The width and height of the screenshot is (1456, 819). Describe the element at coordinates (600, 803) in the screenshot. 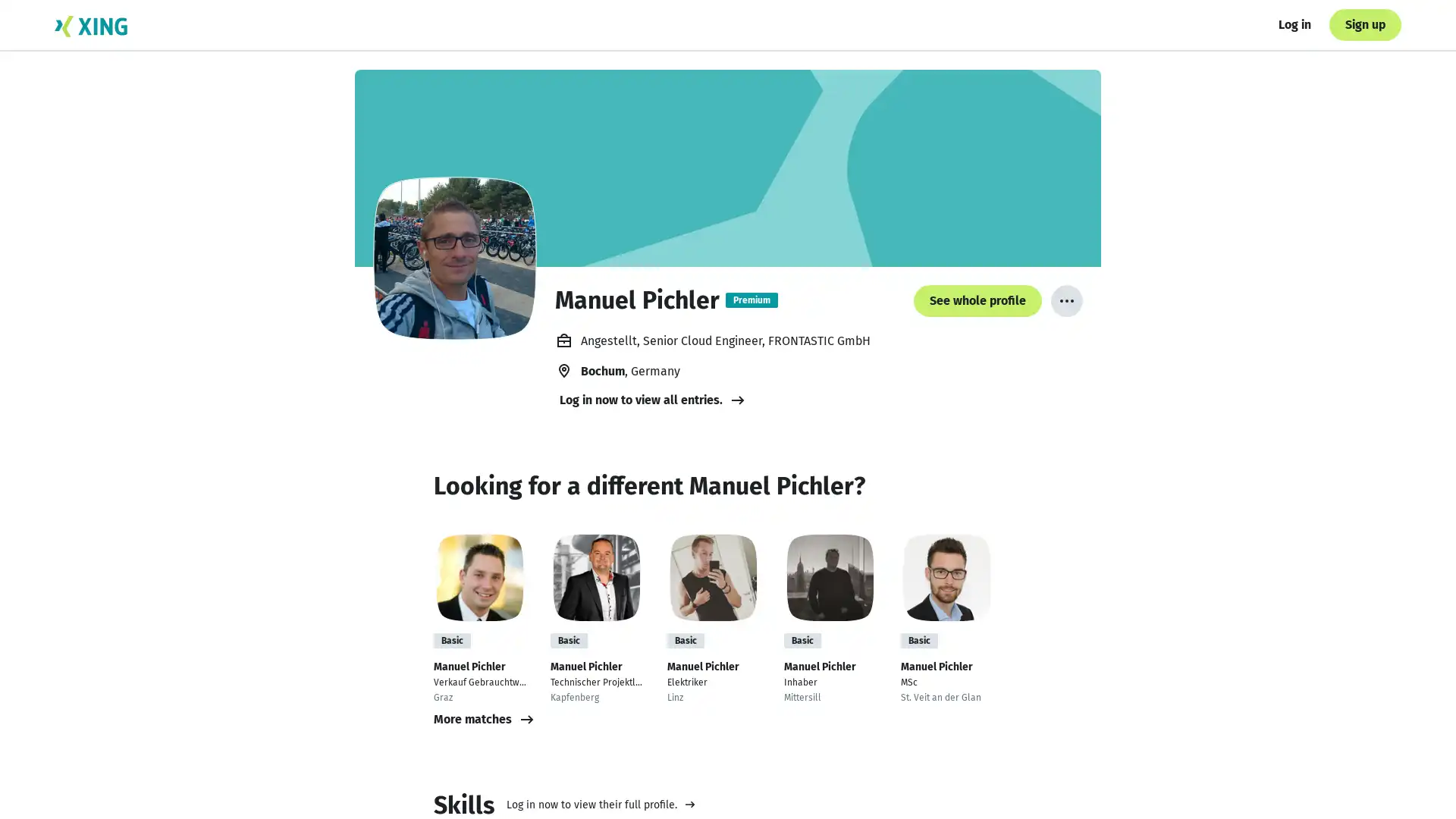

I see `Log in now to view their full profile.` at that location.